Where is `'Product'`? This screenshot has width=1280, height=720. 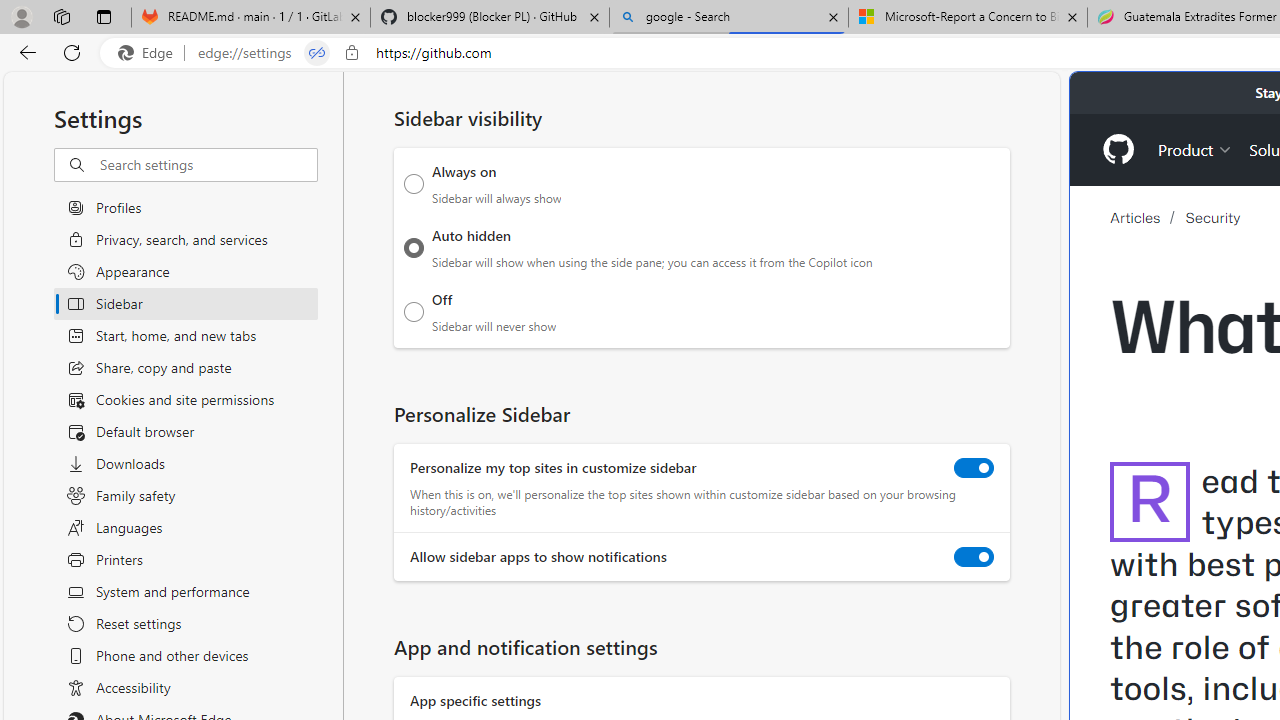
'Product' is located at coordinates (1195, 148).